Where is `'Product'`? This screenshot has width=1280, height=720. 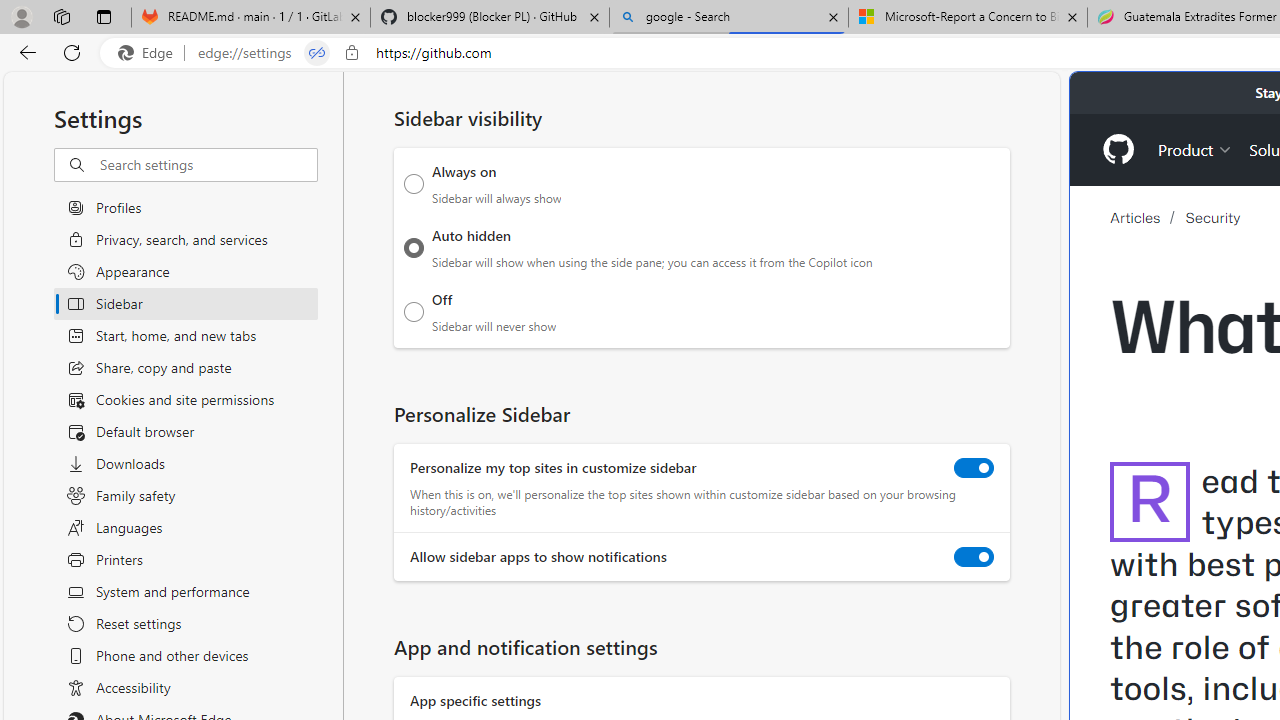
'Product' is located at coordinates (1195, 148).